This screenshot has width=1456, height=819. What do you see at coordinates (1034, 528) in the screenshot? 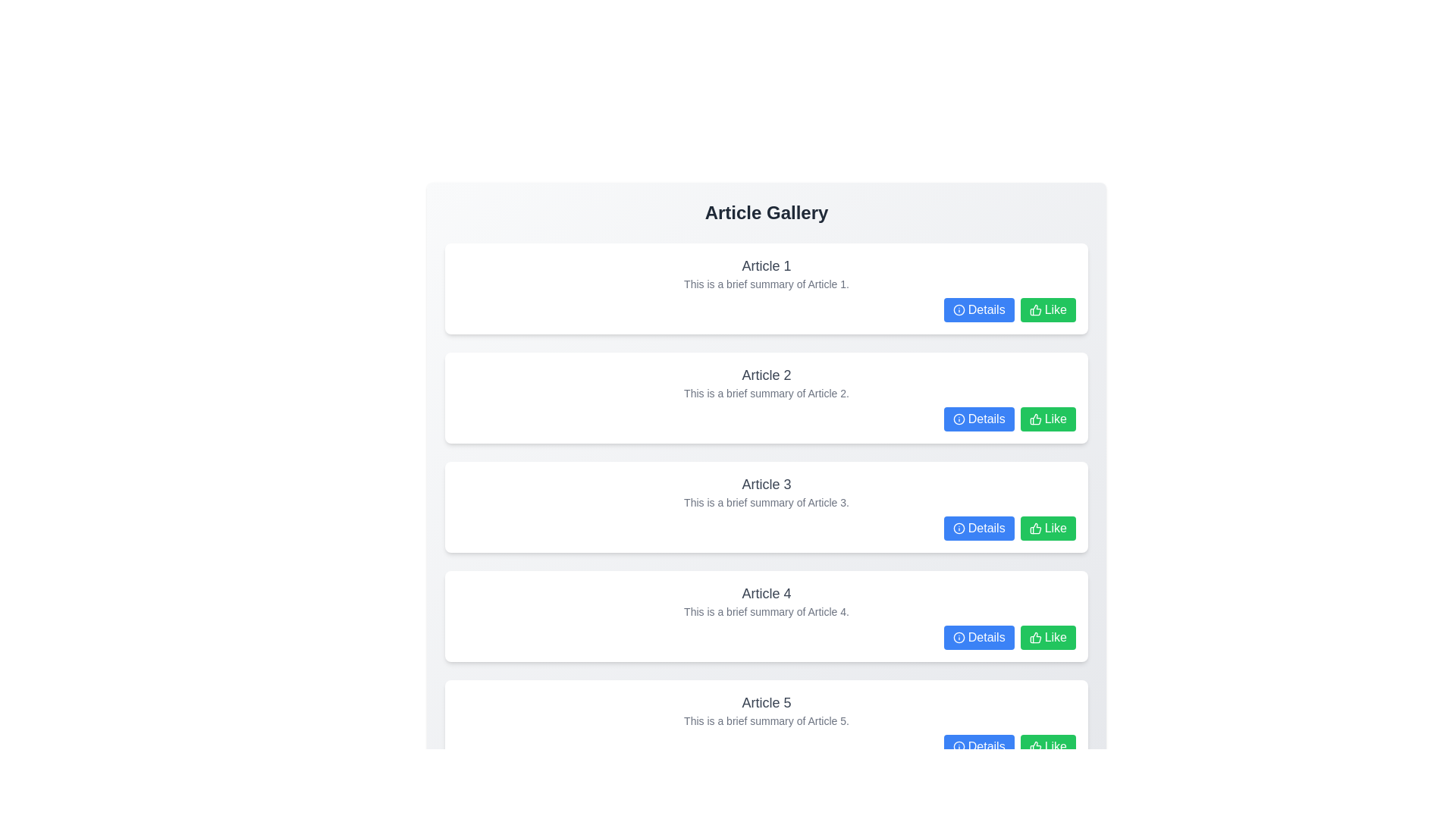
I see `the thumbs-up icon within the 'Like' button located in the rightmost area of the third card from the top` at bounding box center [1034, 528].